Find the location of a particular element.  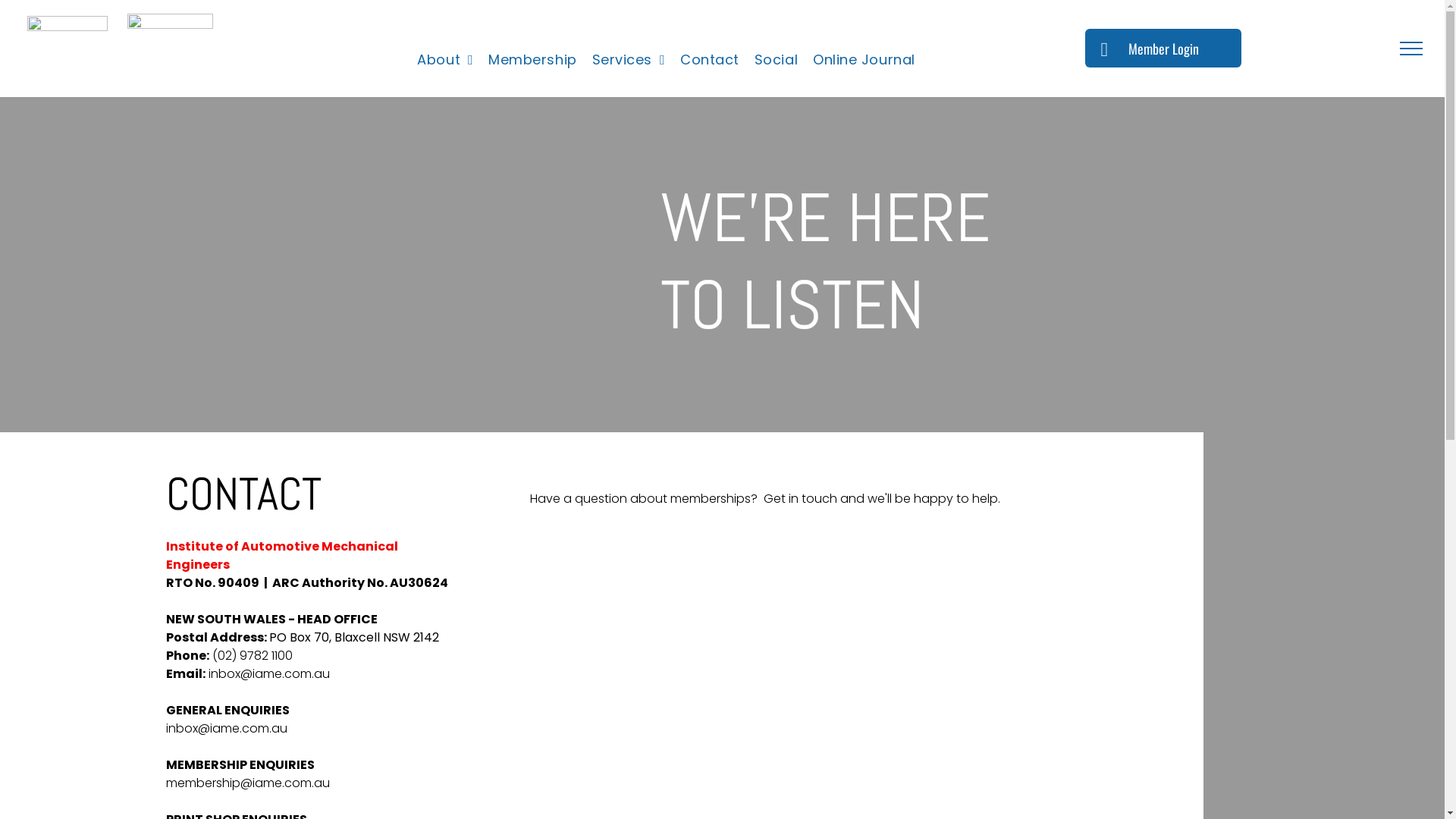

'Member Login' is located at coordinates (1163, 47).